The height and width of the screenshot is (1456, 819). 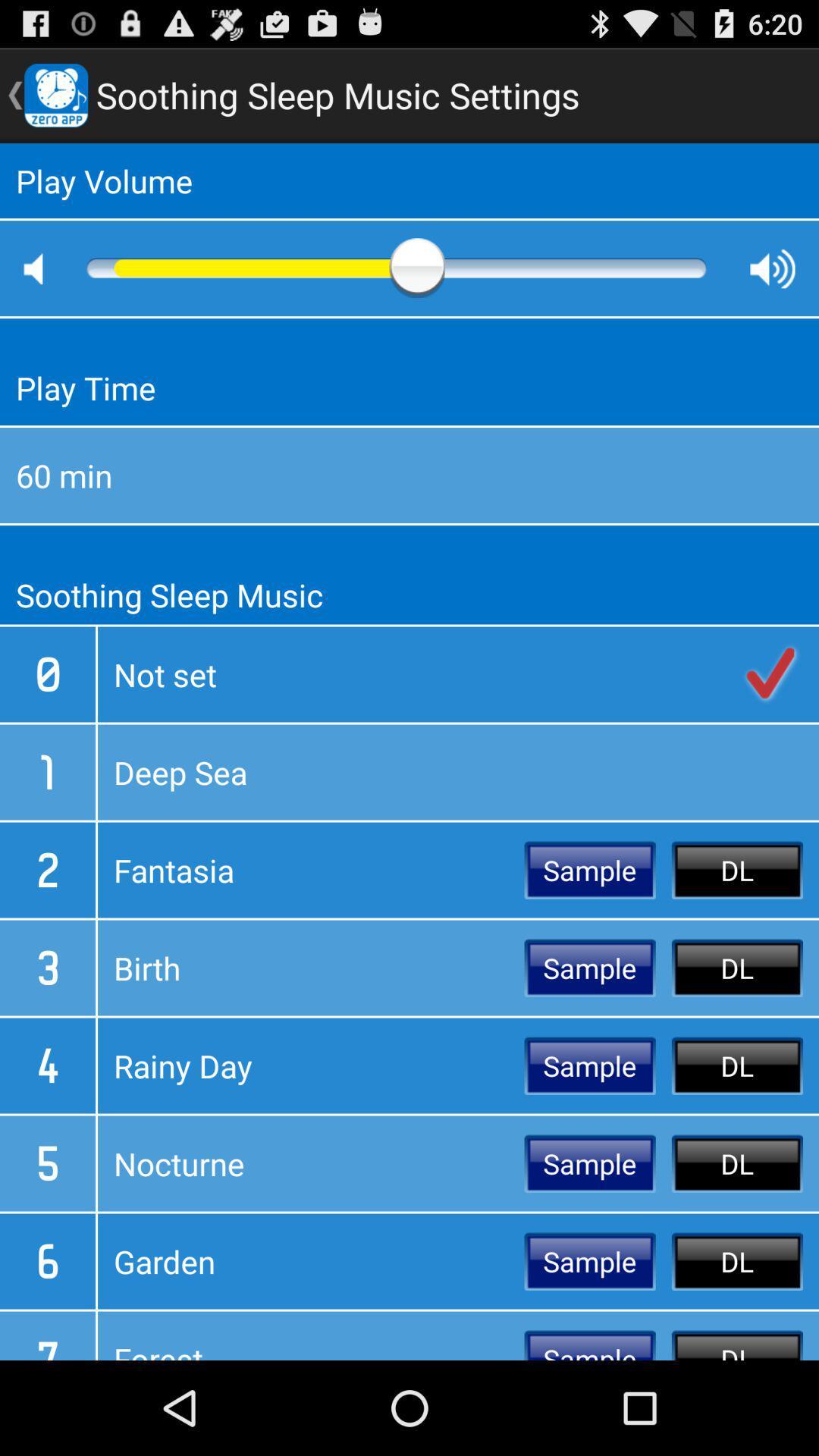 What do you see at coordinates (310, 1065) in the screenshot?
I see `the rainy day icon` at bounding box center [310, 1065].